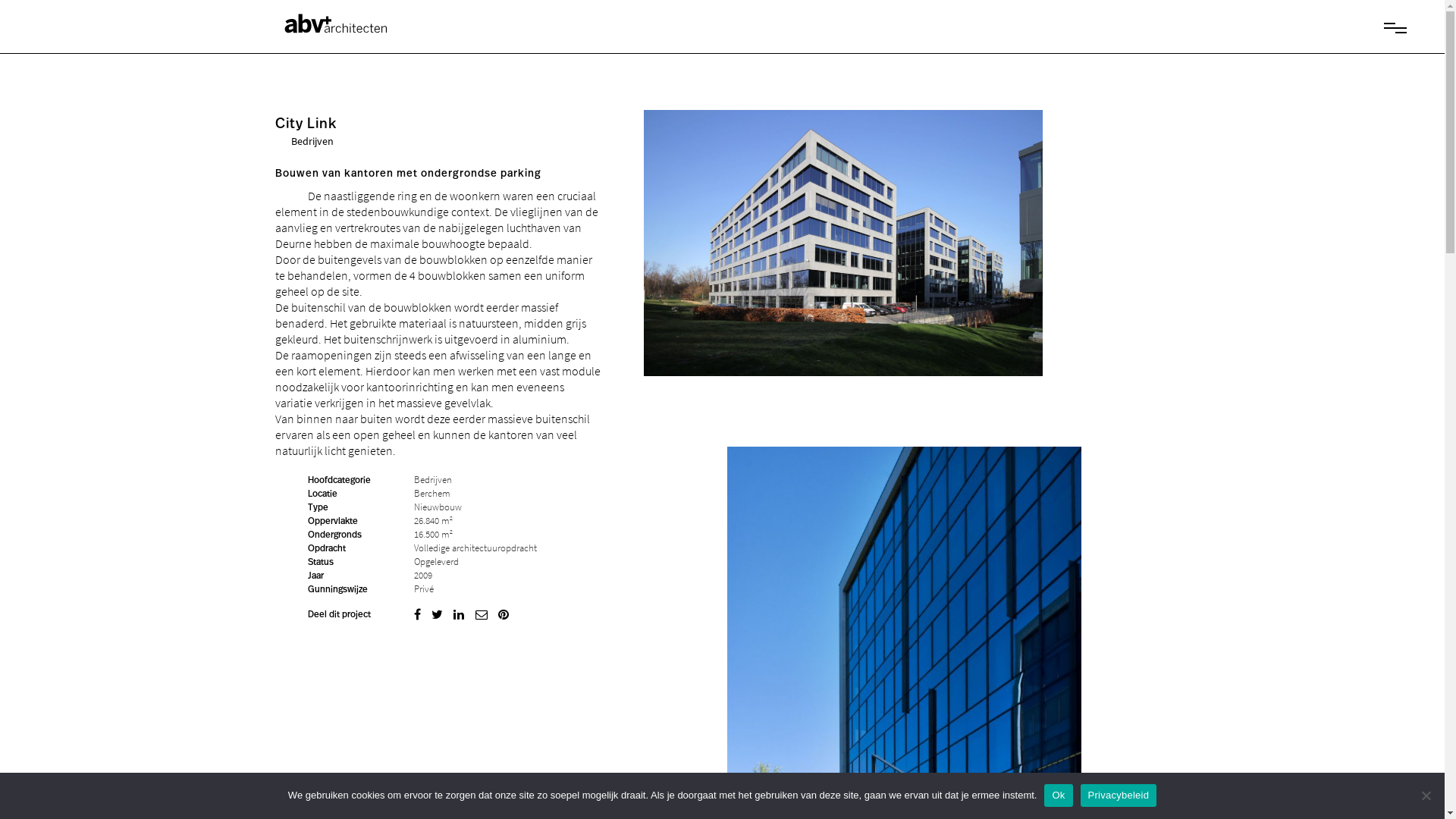  Describe the element at coordinates (1119, 795) in the screenshot. I see `'Privacybeleid'` at that location.